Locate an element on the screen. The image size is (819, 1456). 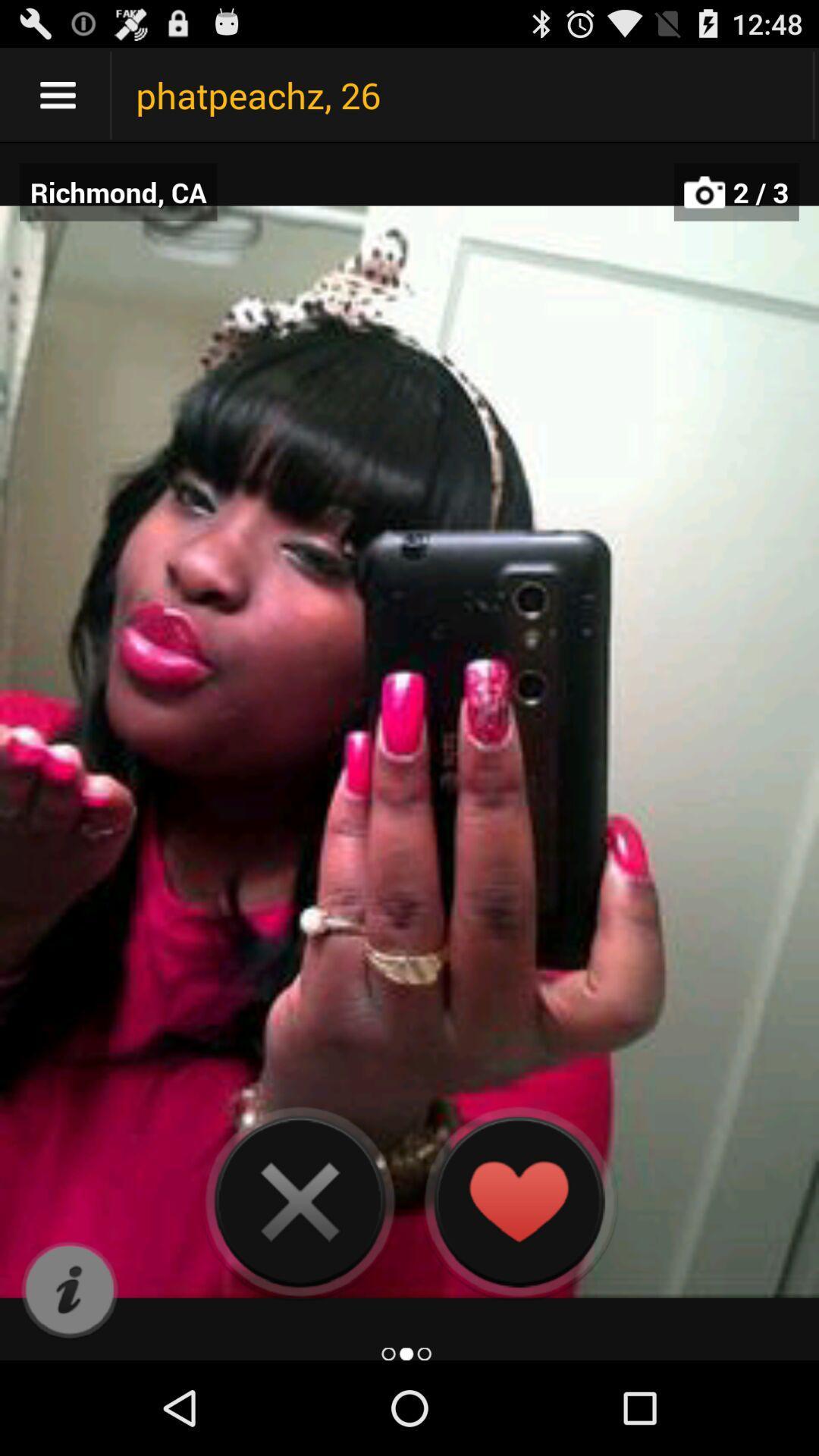
the information on this women 's profile is located at coordinates (69, 1290).